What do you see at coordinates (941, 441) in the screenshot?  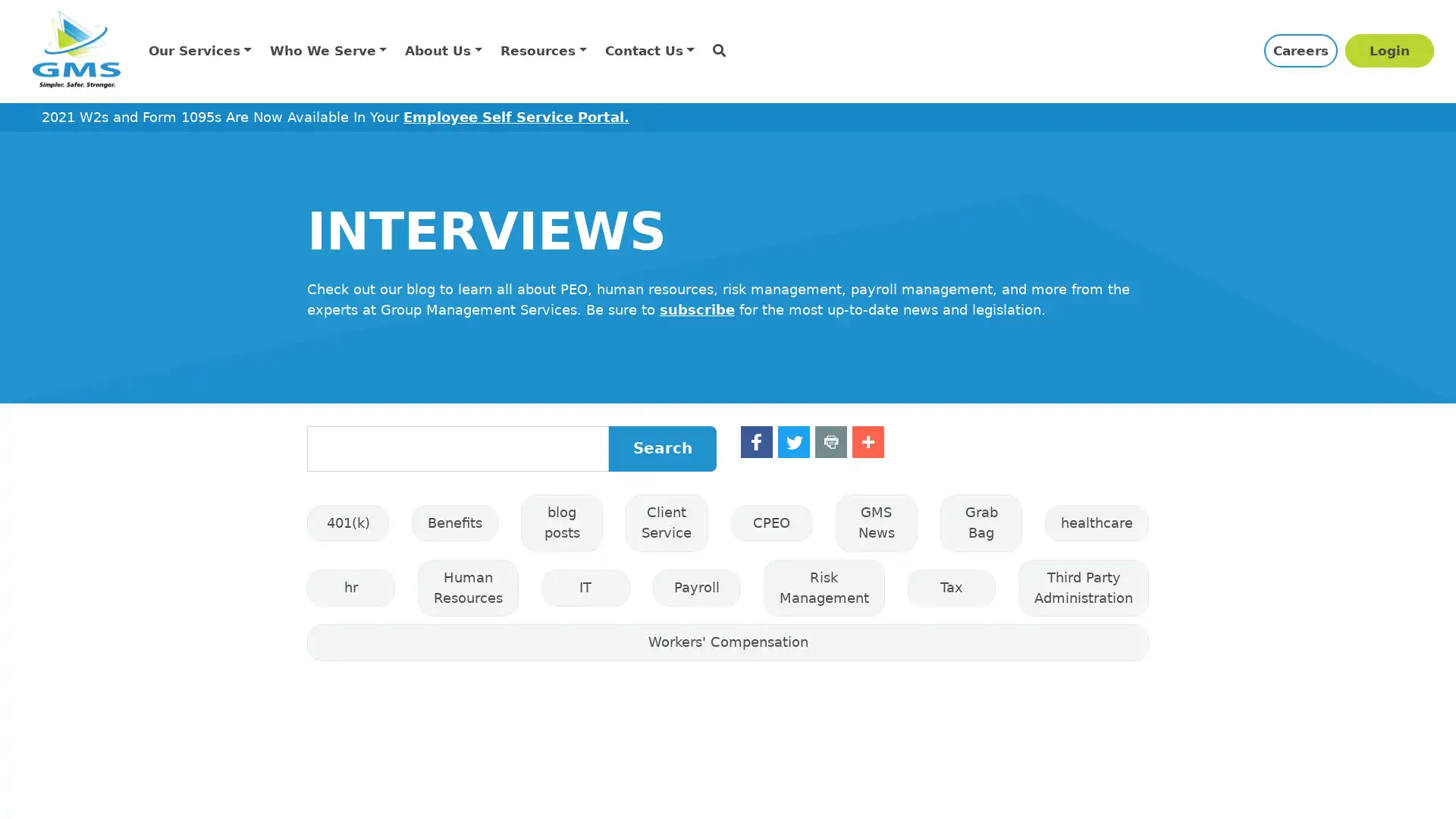 I see `Share to Print Print` at bounding box center [941, 441].